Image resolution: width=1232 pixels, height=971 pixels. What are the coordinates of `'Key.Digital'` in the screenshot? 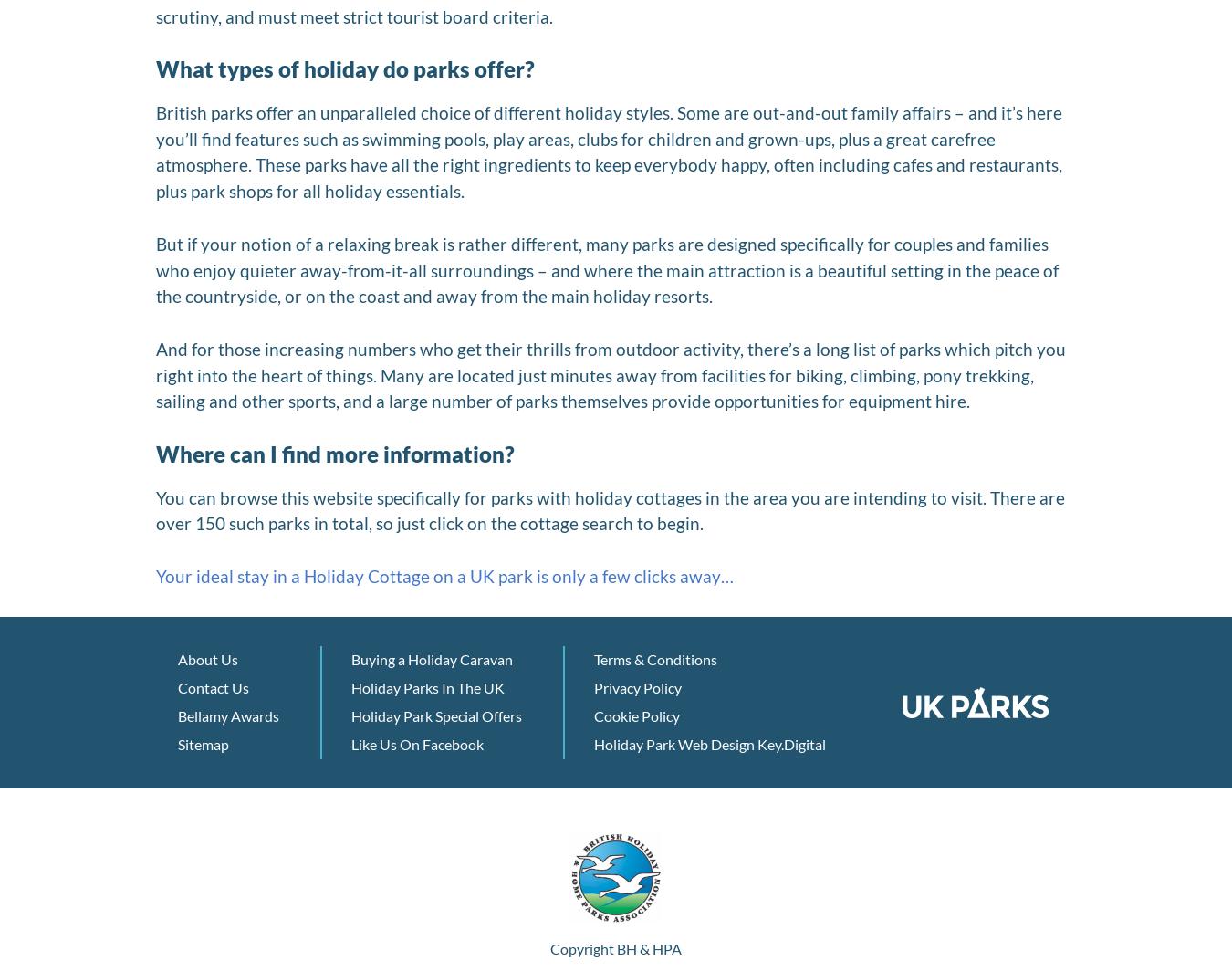 It's located at (791, 744).